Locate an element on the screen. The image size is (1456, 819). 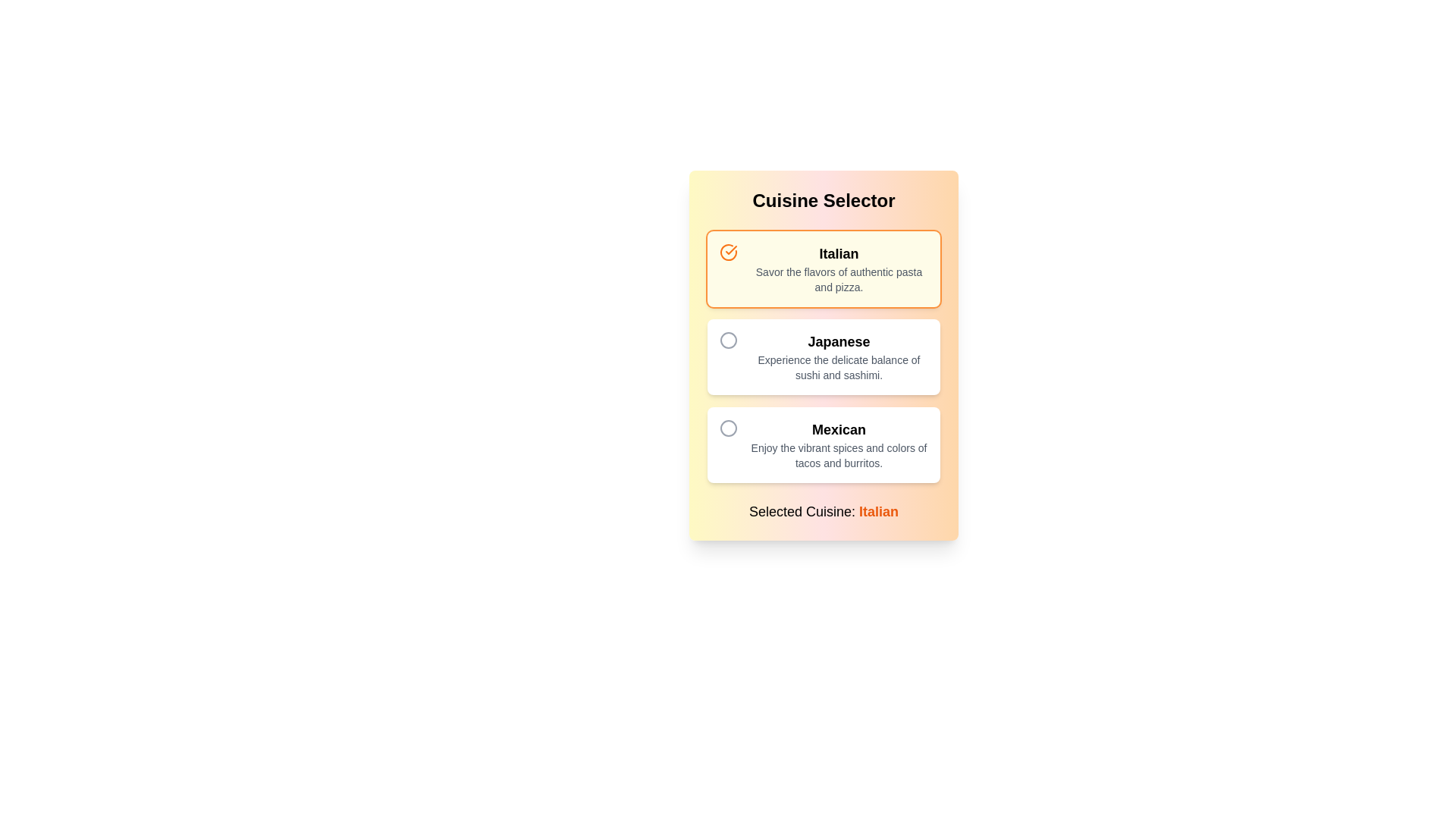
assistive tools is located at coordinates (838, 356).